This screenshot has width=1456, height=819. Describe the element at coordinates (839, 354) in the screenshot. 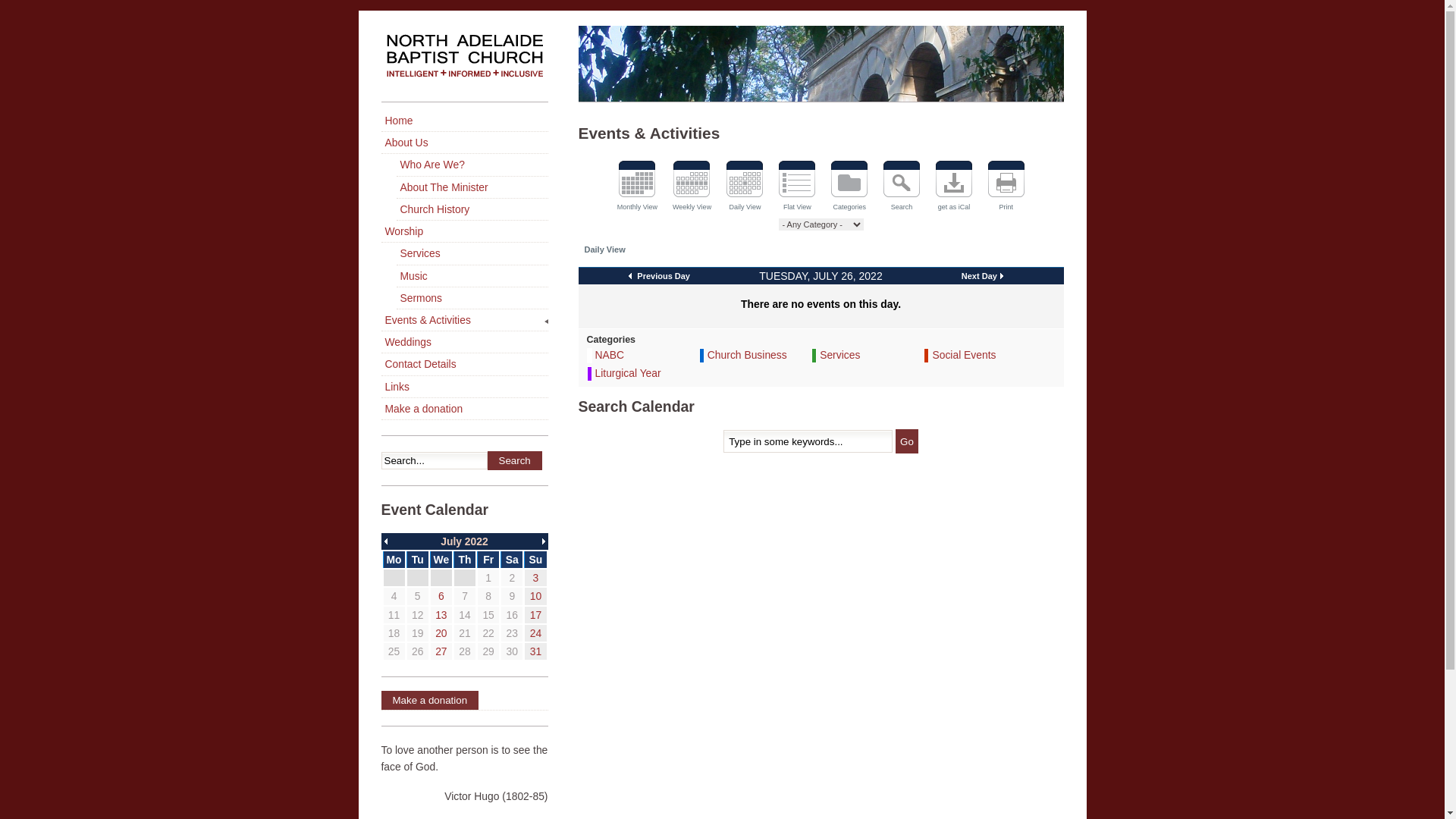

I see `'Services'` at that location.